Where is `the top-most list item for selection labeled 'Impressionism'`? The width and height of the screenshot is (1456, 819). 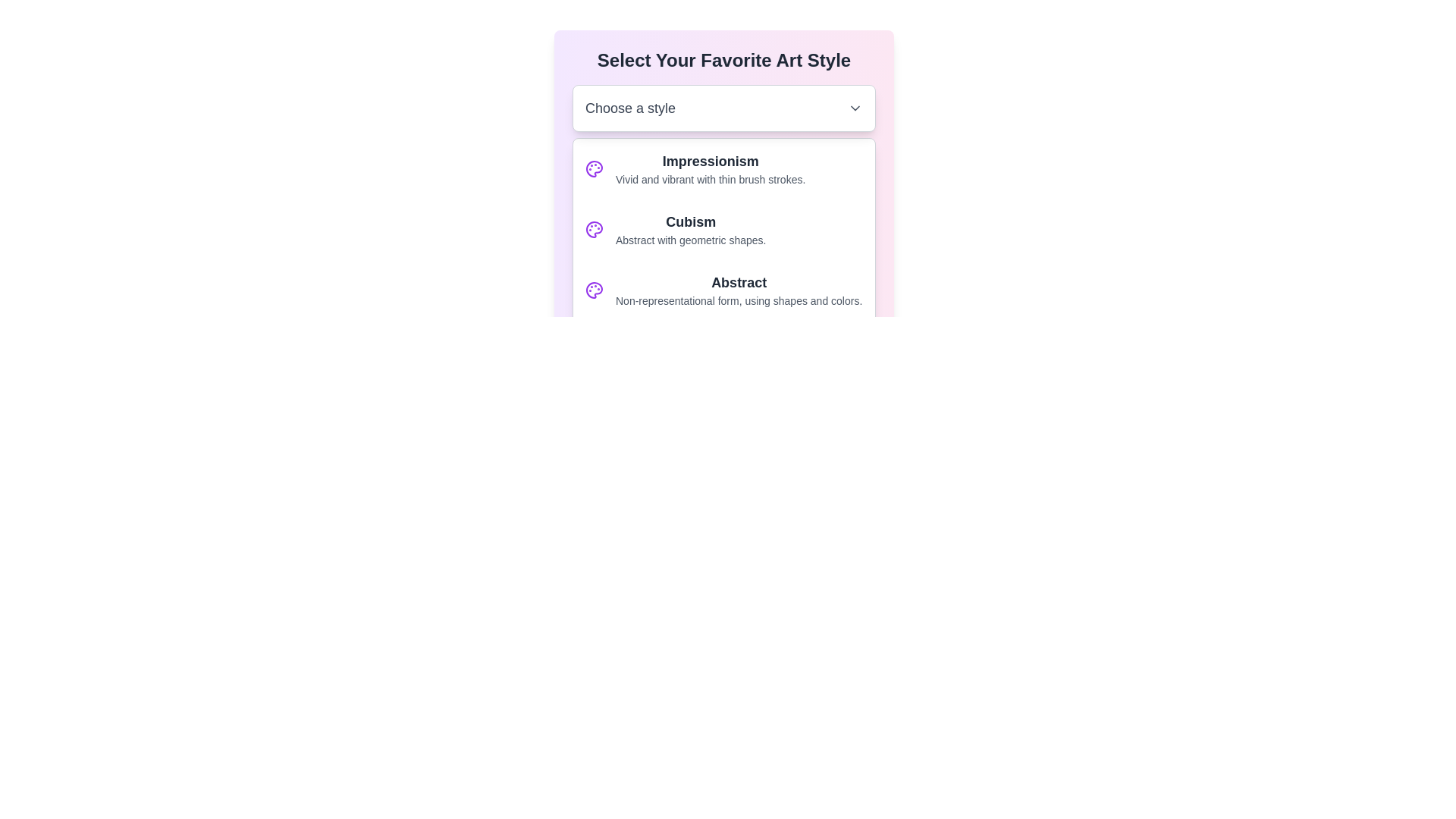 the top-most list item for selection labeled 'Impressionism' is located at coordinates (723, 169).